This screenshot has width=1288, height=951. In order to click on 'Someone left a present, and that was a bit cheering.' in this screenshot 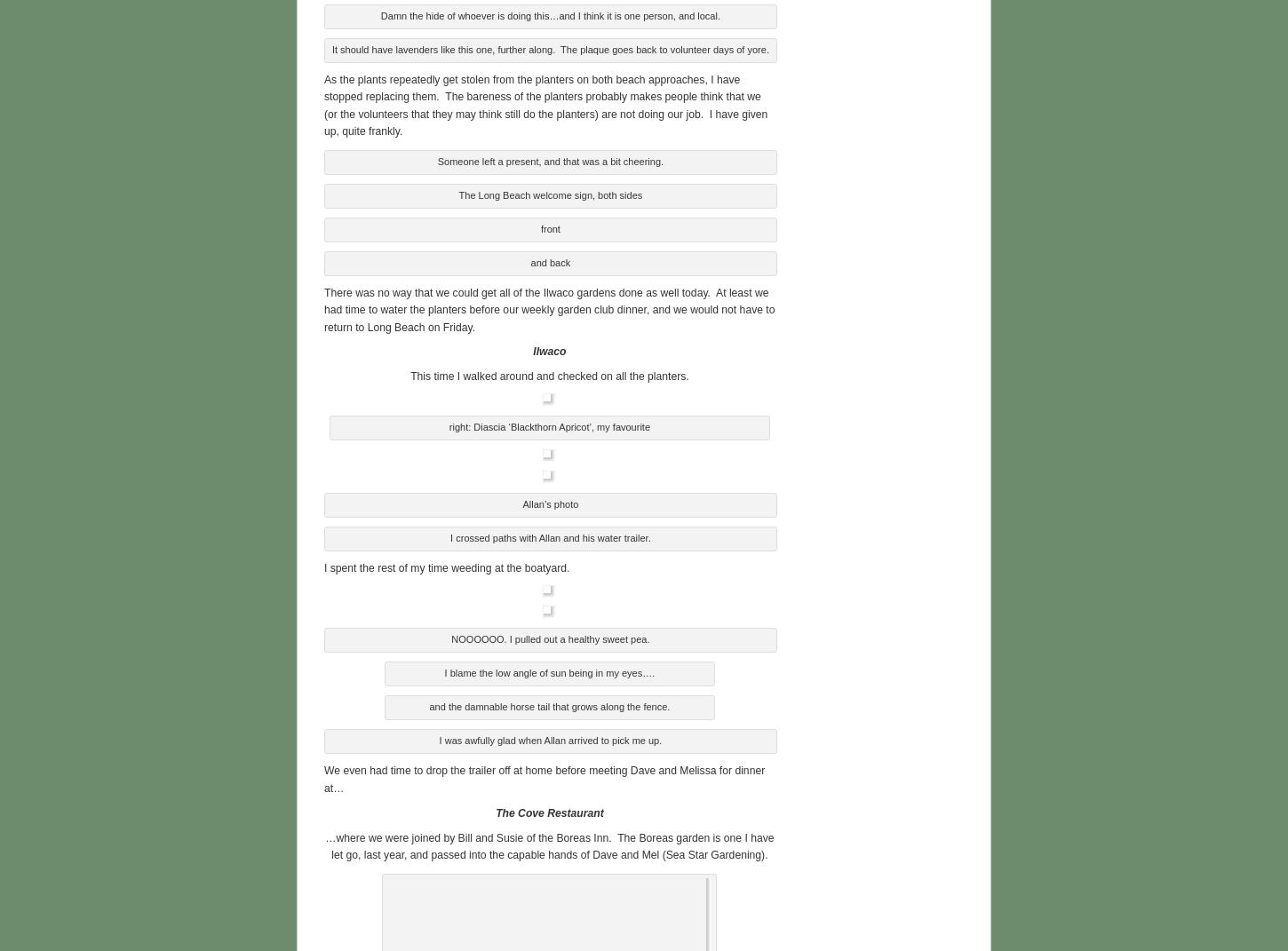, I will do `click(549, 157)`.